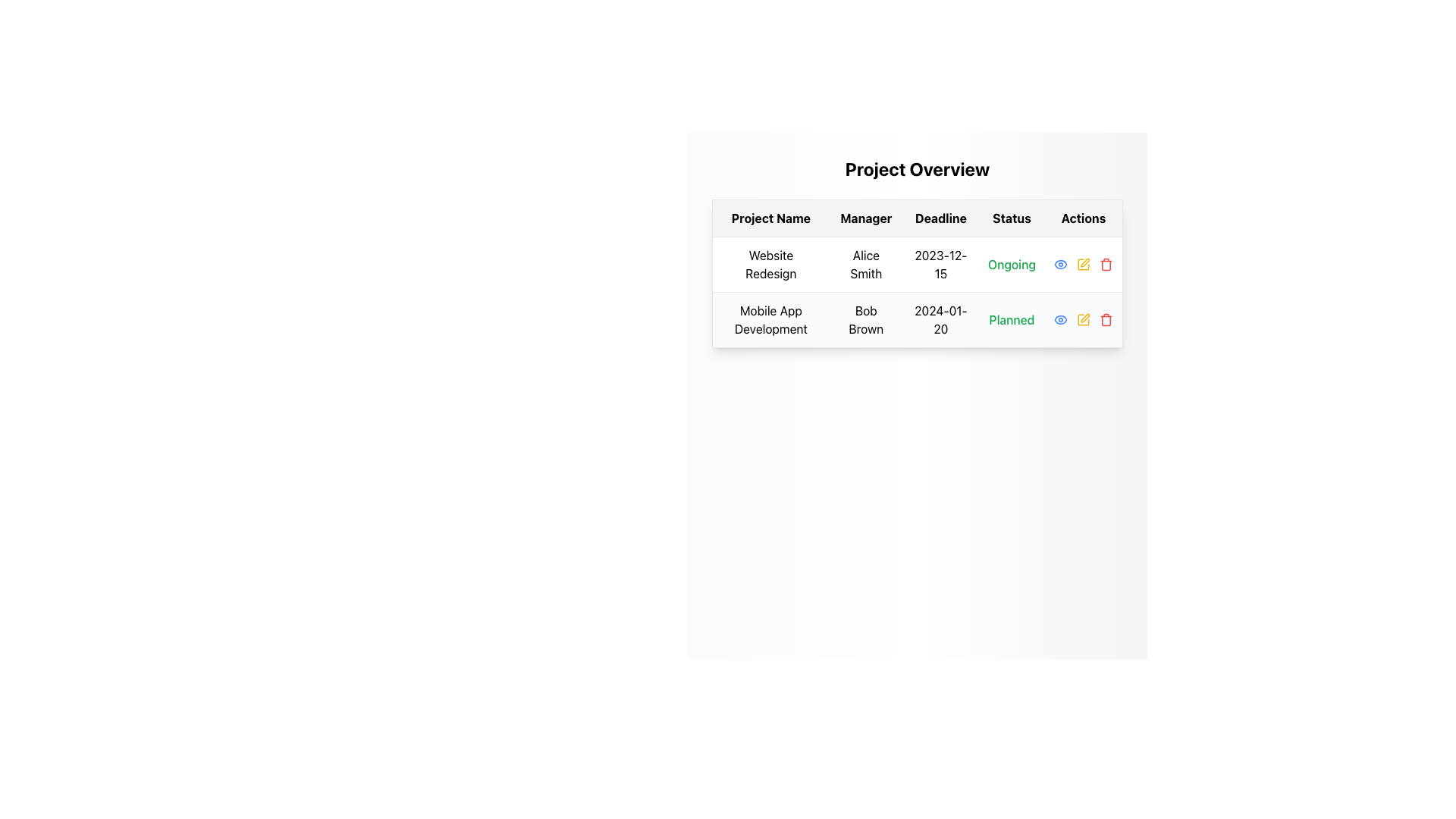 The height and width of the screenshot is (819, 1456). I want to click on the second table row that presents the project details for 'Mobile App Development', including manager Bob Brown, deadline 2024-01-20, and status Planned, so click(916, 318).